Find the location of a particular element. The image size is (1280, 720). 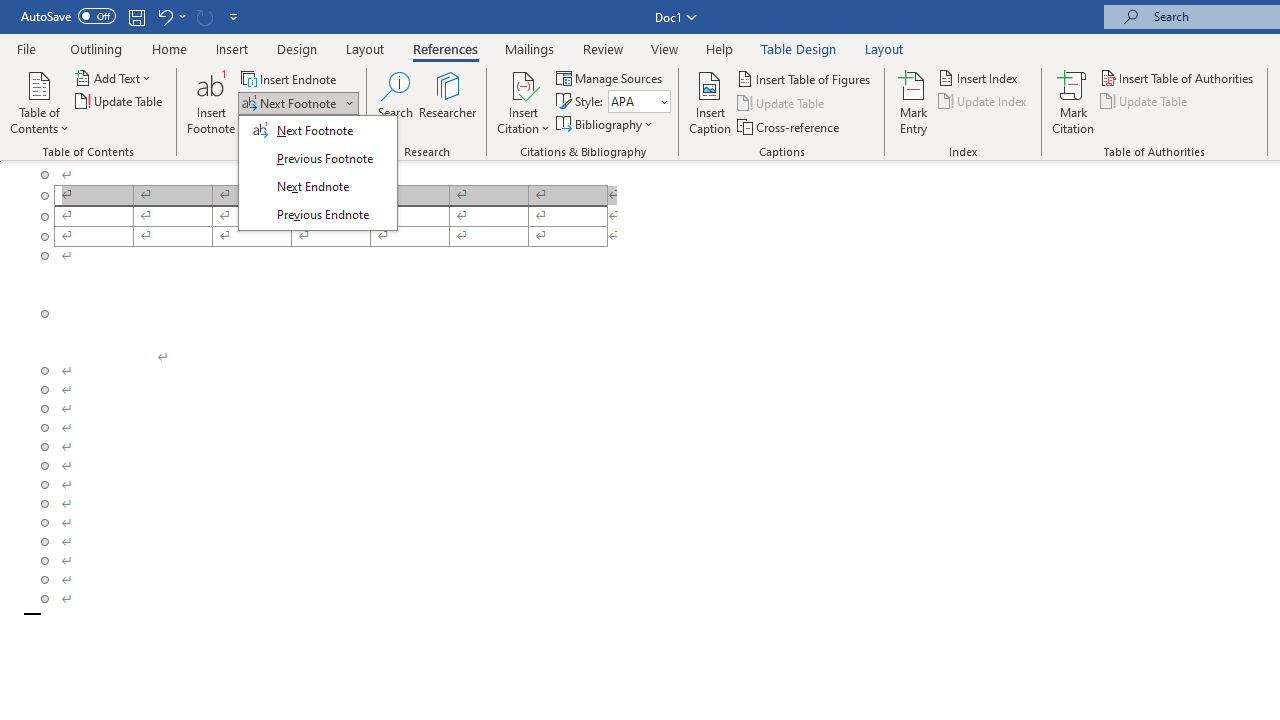

'Insert Endnote' is located at coordinates (289, 78).